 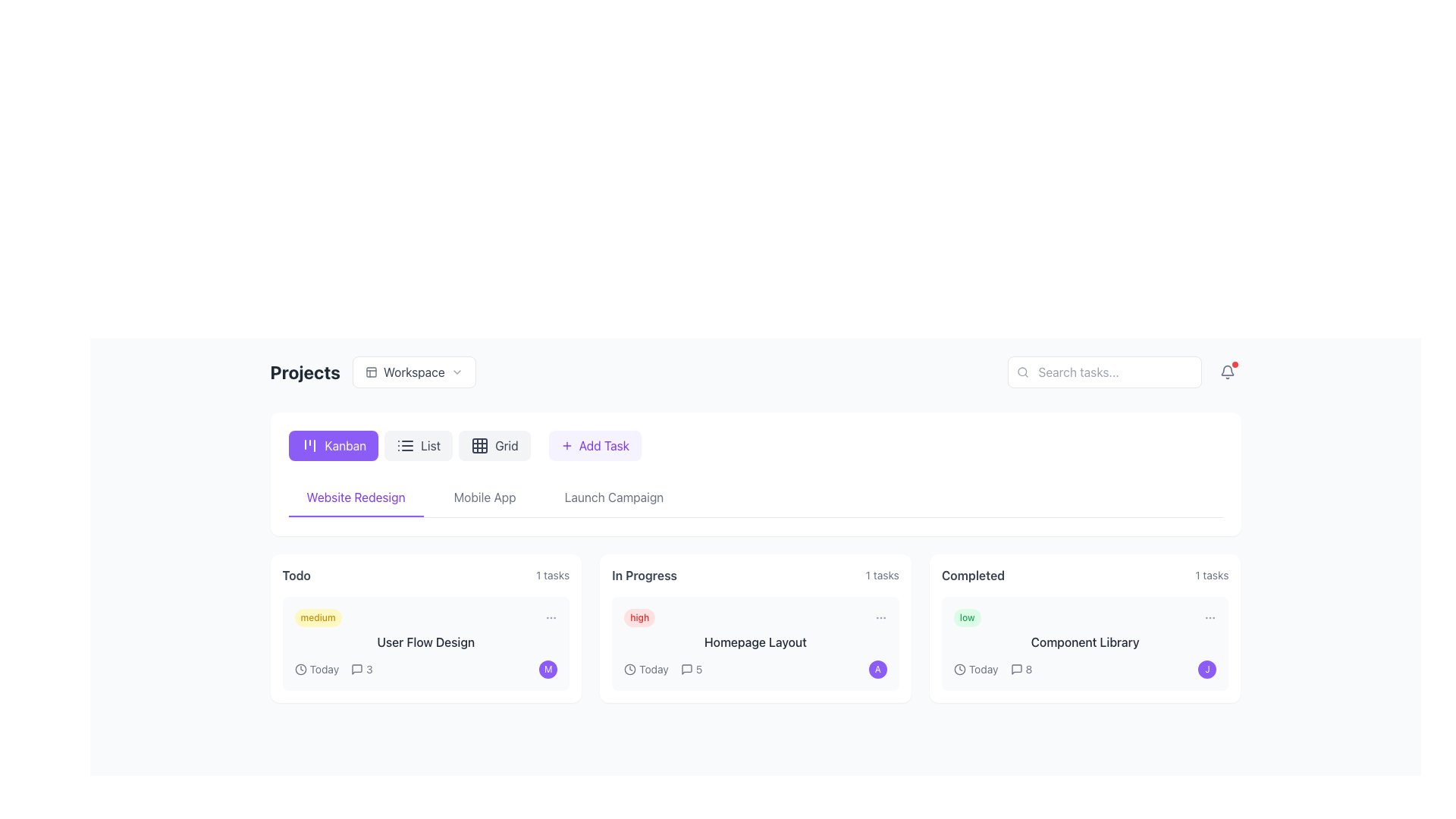 I want to click on the numerical indicator displaying the count of comments or messages located within the 'Completed' content card under the task title 'Component Library', so click(x=1021, y=669).